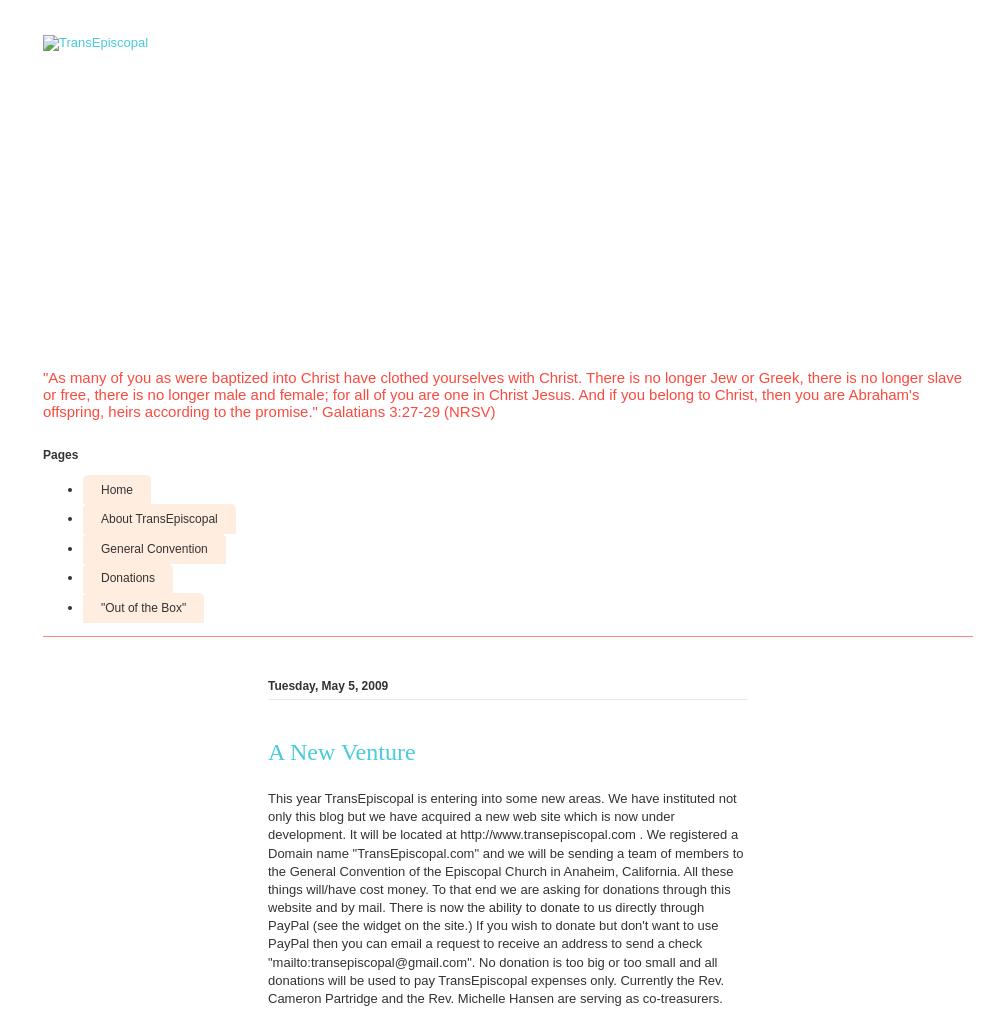 This screenshot has height=1023, width=1008. Describe the element at coordinates (60, 453) in the screenshot. I see `'Pages'` at that location.